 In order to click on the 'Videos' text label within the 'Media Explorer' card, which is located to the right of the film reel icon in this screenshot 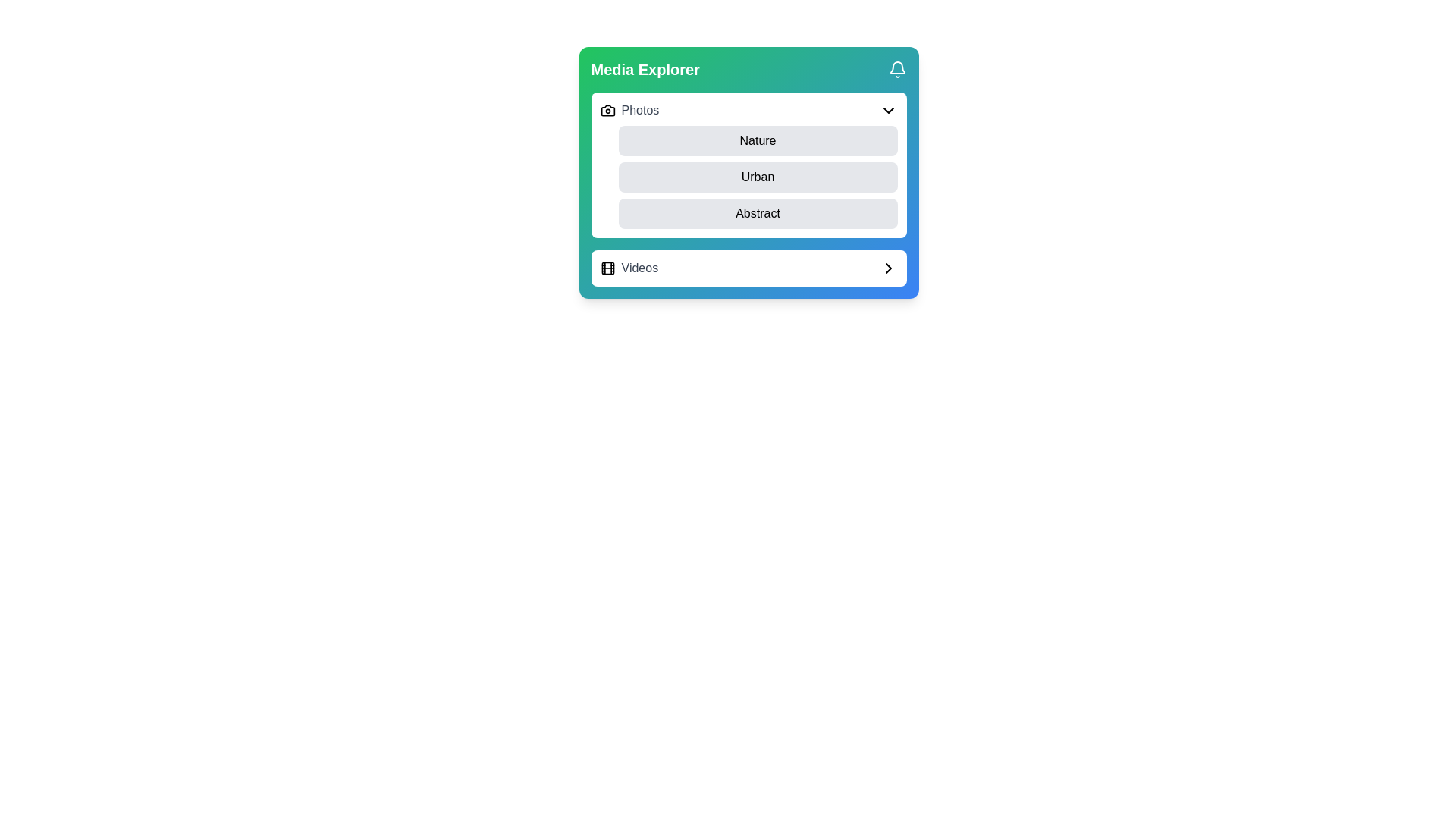, I will do `click(639, 268)`.